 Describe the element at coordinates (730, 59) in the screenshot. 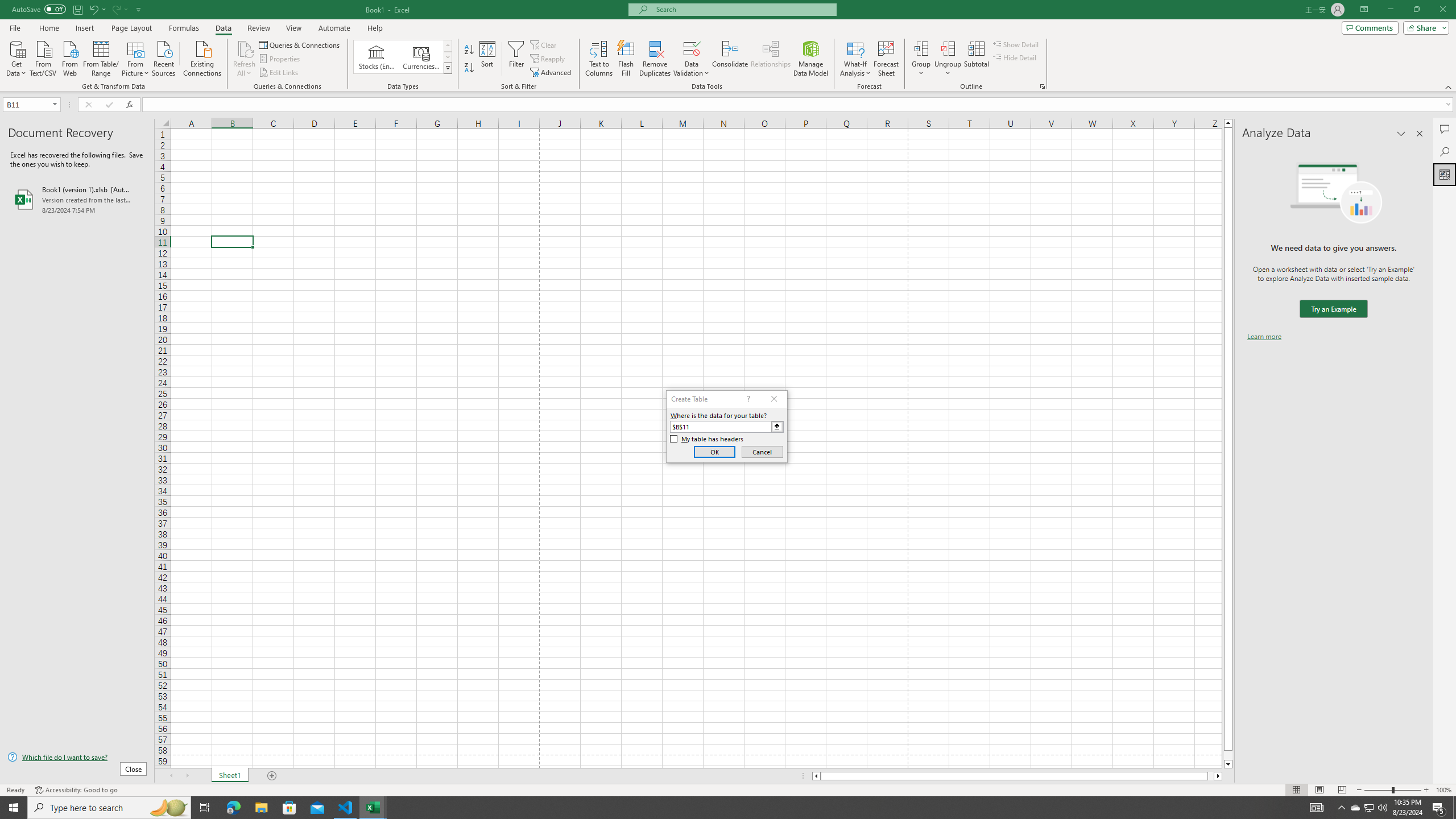

I see `'Consolidate...'` at that location.